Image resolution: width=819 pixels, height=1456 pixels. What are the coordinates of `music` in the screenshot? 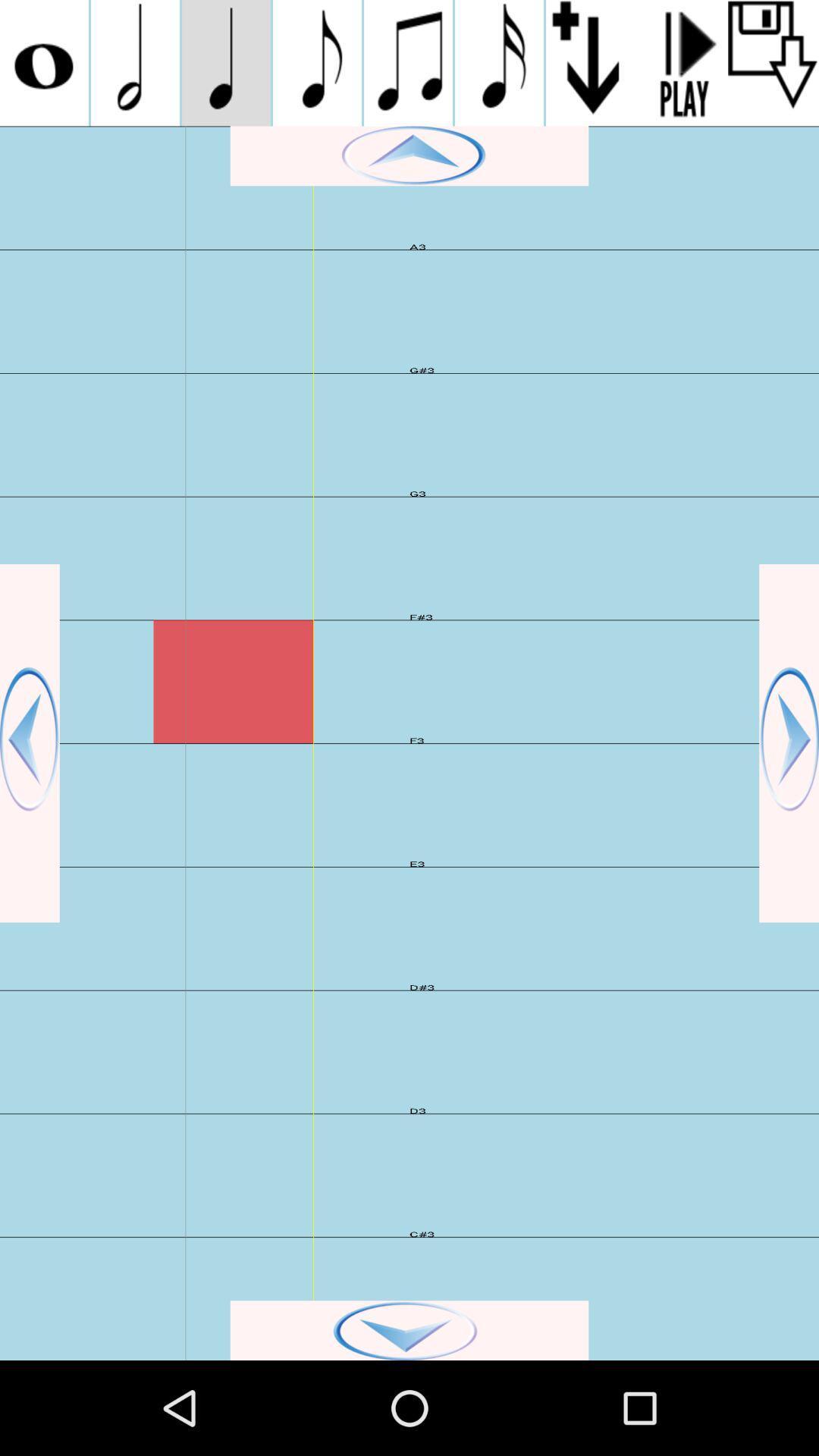 It's located at (681, 62).